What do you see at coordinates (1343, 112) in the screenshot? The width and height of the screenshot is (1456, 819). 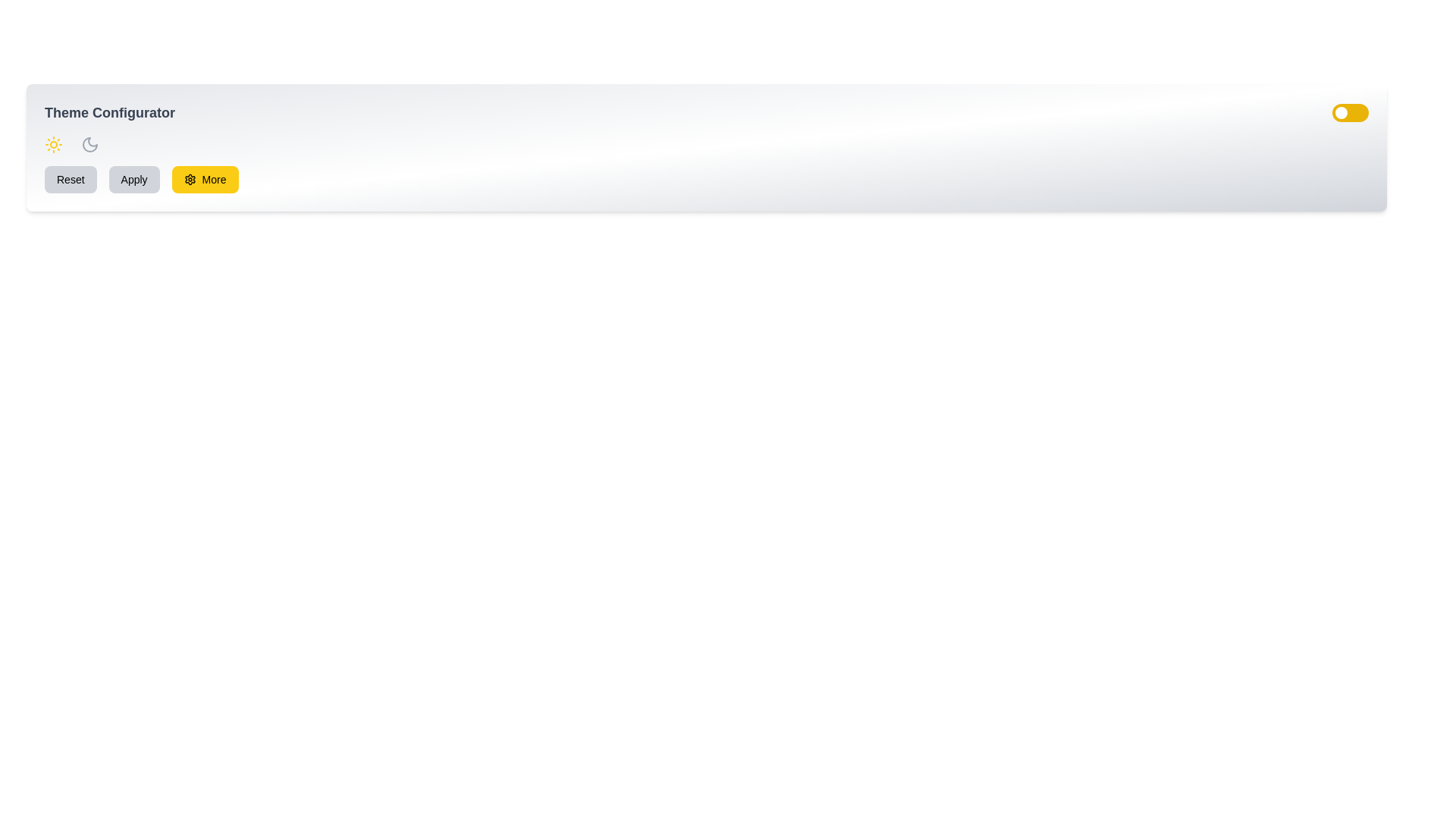 I see `the toggle switch` at bounding box center [1343, 112].